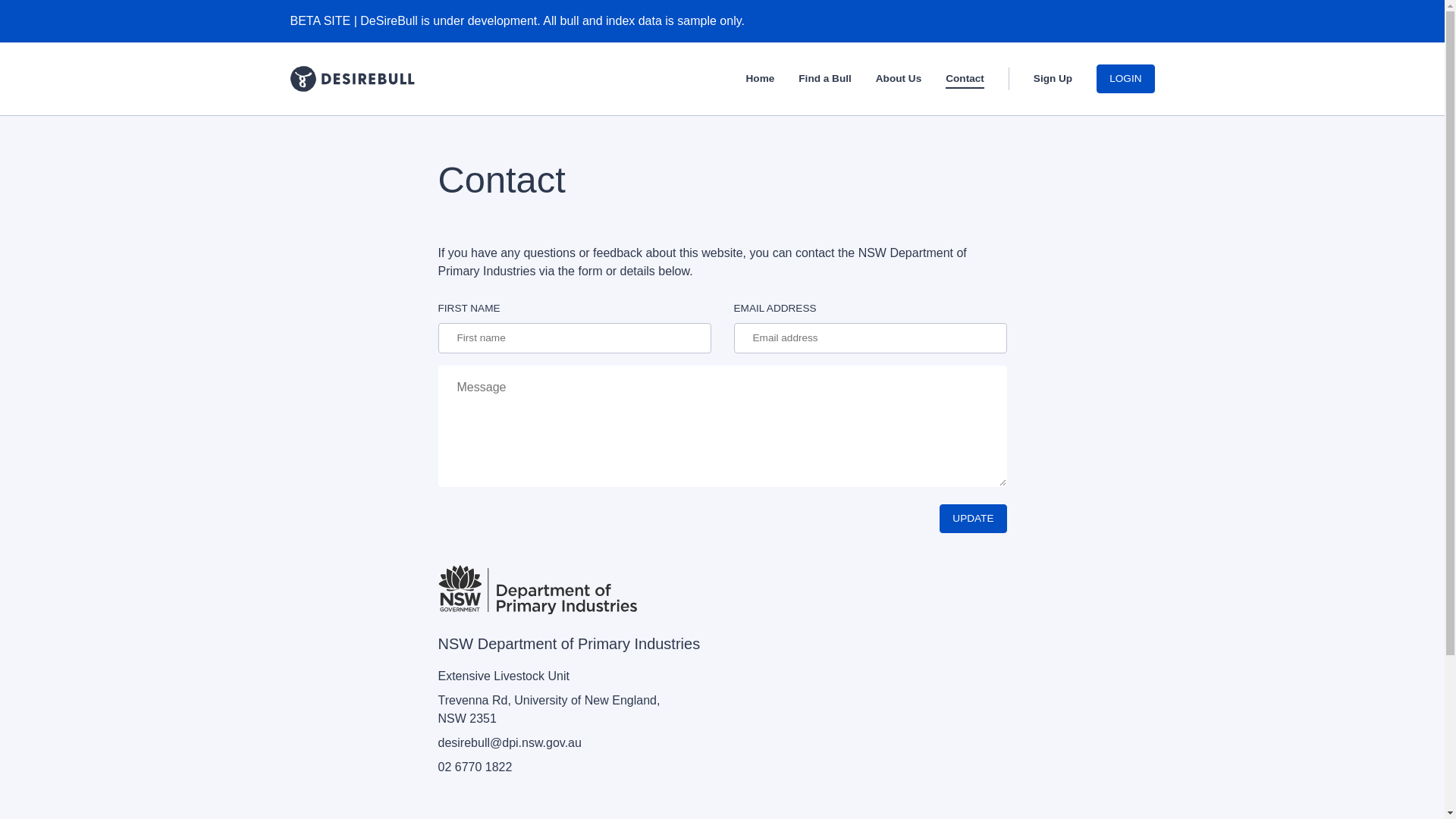 The width and height of the screenshot is (1456, 819). Describe the element at coordinates (1052, 80) in the screenshot. I see `'Sign Up'` at that location.